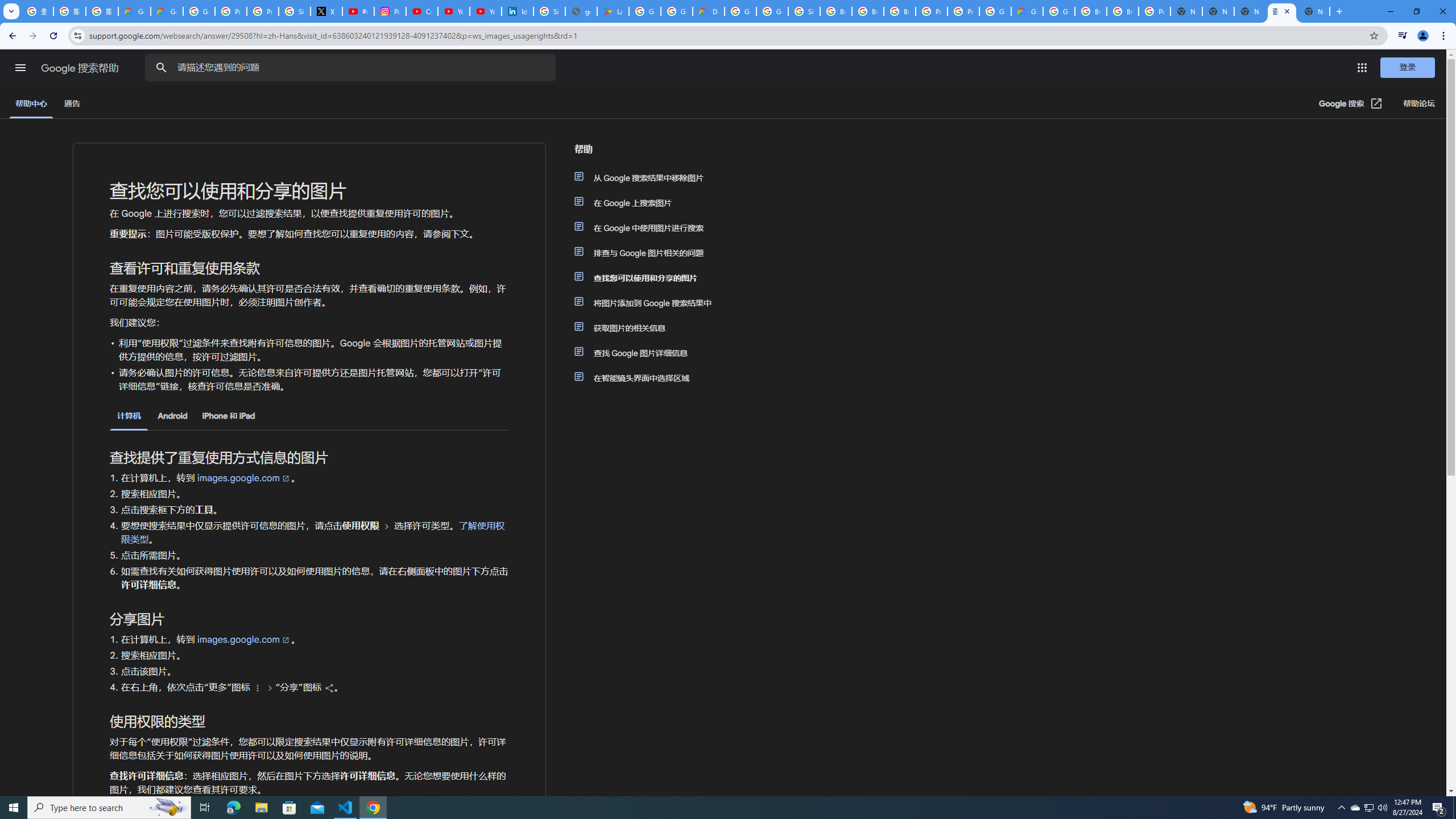 Image resolution: width=1456 pixels, height=819 pixels. Describe the element at coordinates (1123, 11) in the screenshot. I see `'Browse Chrome as a guest - Computer - Google Chrome Help'` at that location.